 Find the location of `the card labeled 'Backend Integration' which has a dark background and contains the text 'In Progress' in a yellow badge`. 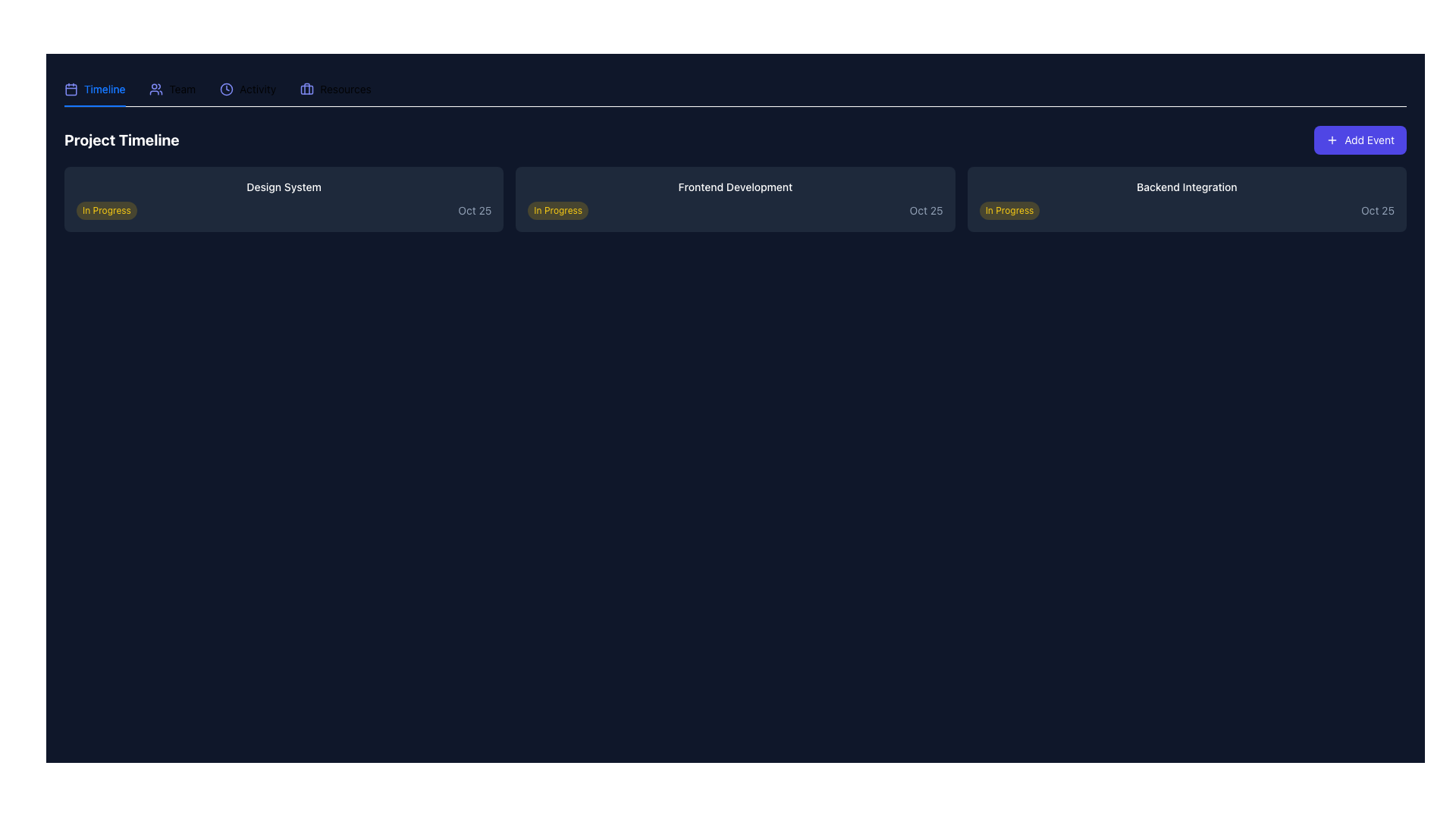

the card labeled 'Backend Integration' which has a dark background and contains the text 'In Progress' in a yellow badge is located at coordinates (1186, 198).